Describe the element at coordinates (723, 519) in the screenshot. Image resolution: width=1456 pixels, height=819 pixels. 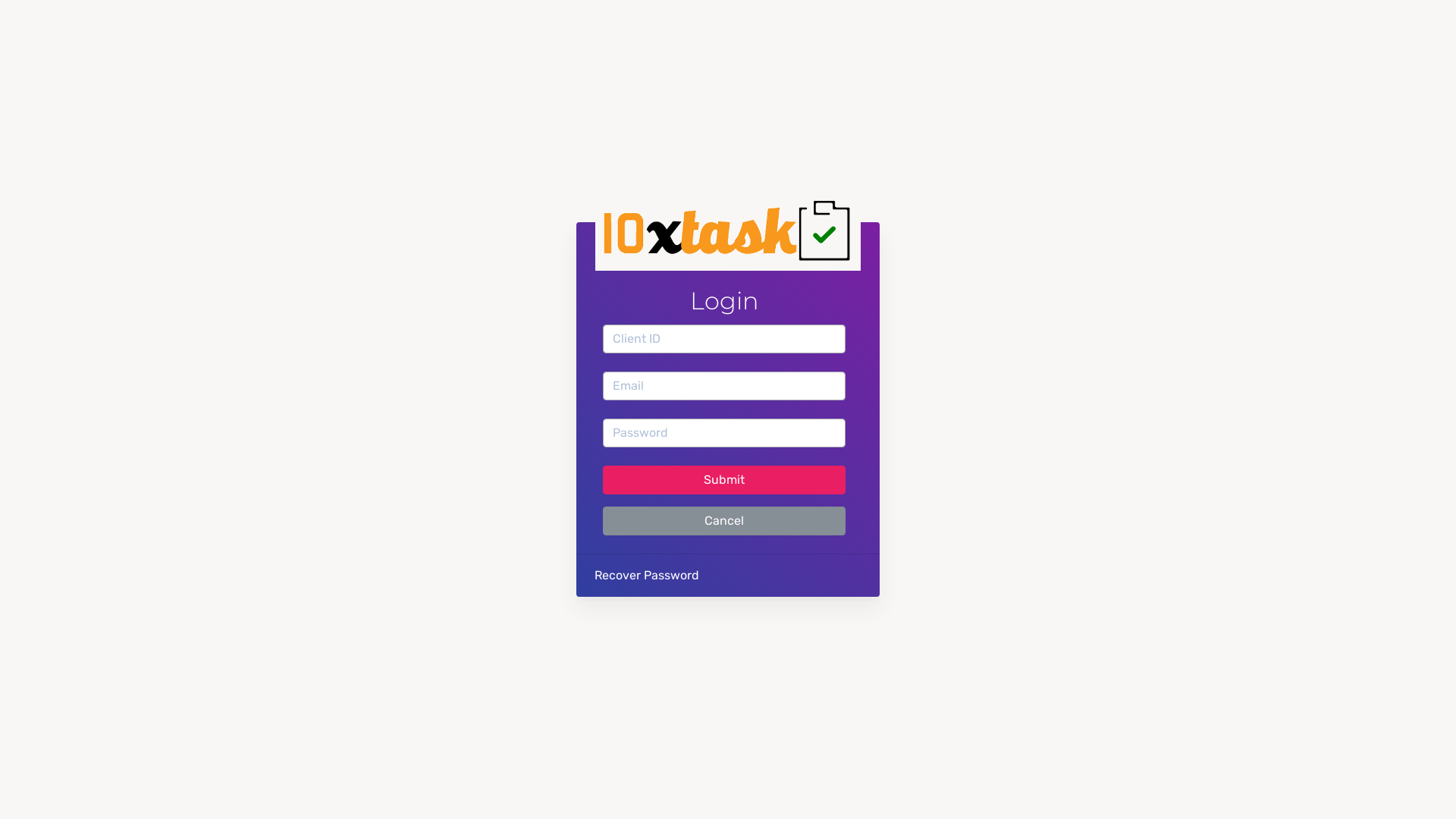
I see `'Cancel'` at that location.